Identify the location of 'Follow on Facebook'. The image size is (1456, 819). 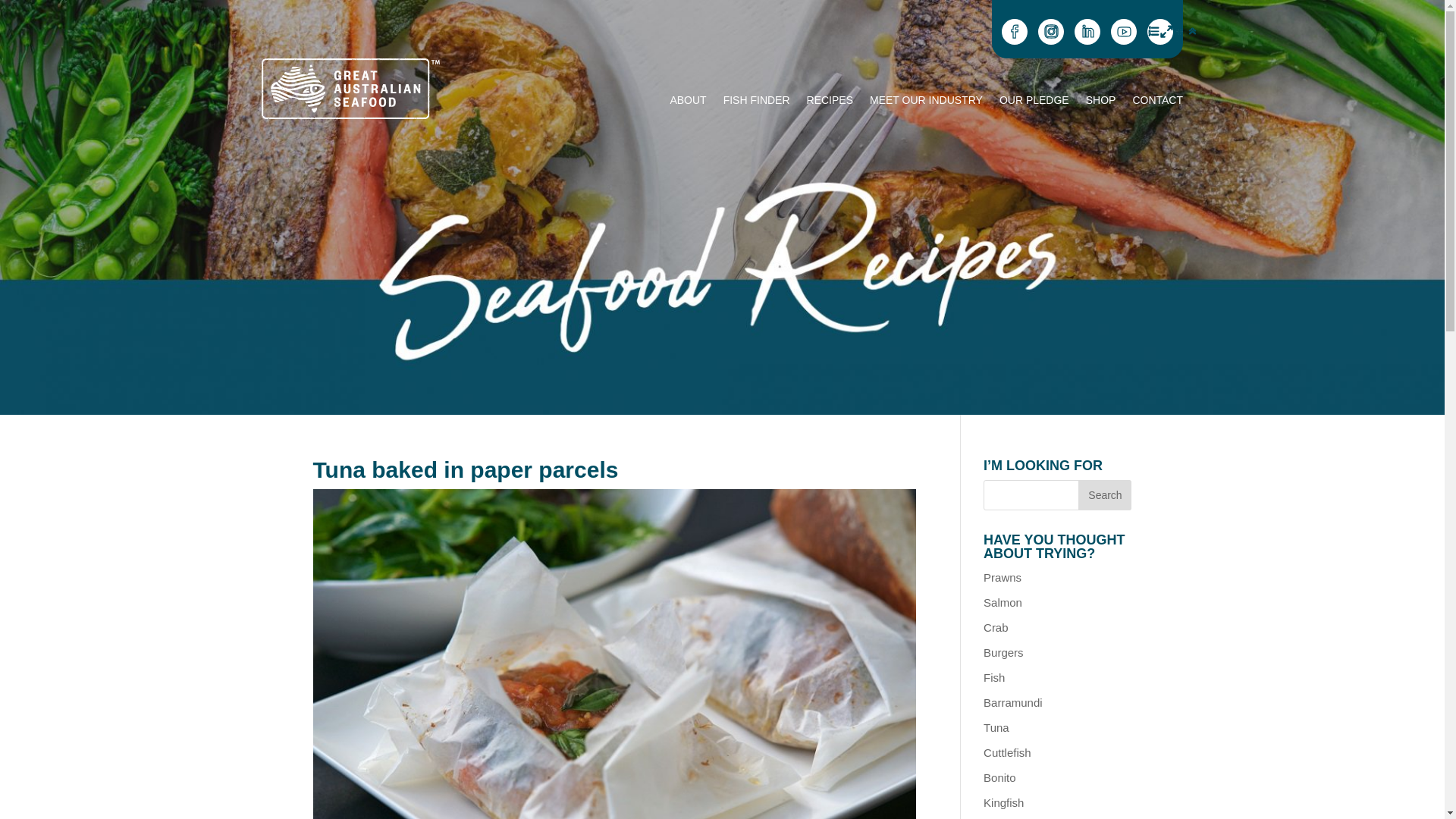
(1015, 32).